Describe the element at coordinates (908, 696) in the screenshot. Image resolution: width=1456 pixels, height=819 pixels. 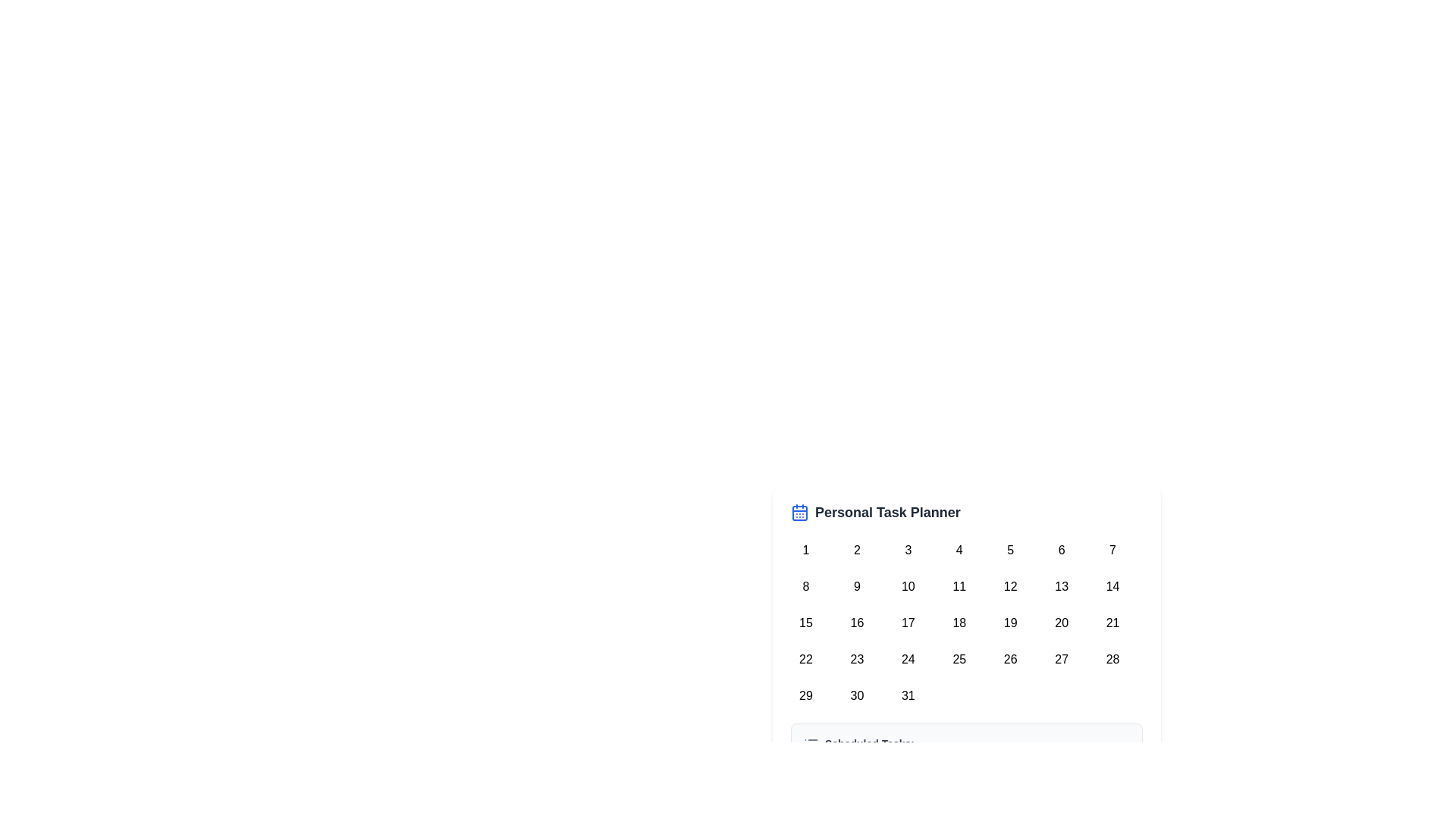
I see `the rounded square button labeled '31' in the bottom-right corner of the calendar grid` at that location.